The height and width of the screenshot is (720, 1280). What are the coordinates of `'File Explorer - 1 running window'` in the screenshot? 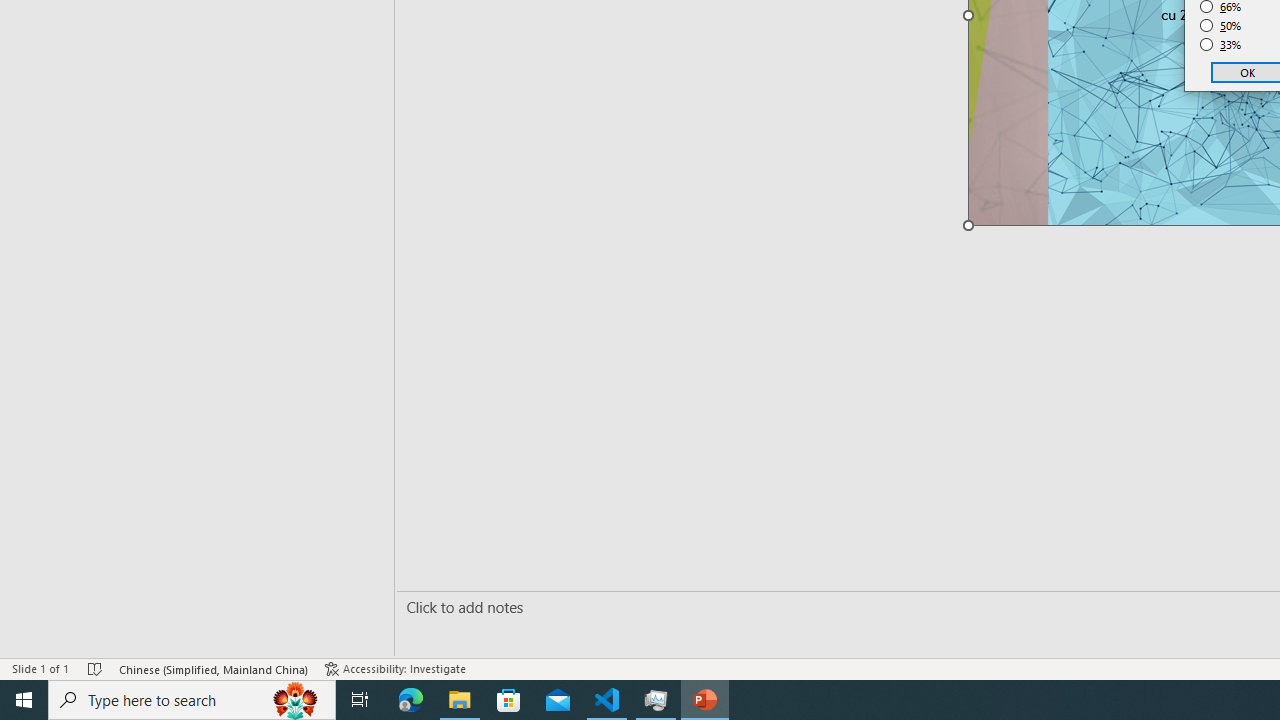 It's located at (459, 698).